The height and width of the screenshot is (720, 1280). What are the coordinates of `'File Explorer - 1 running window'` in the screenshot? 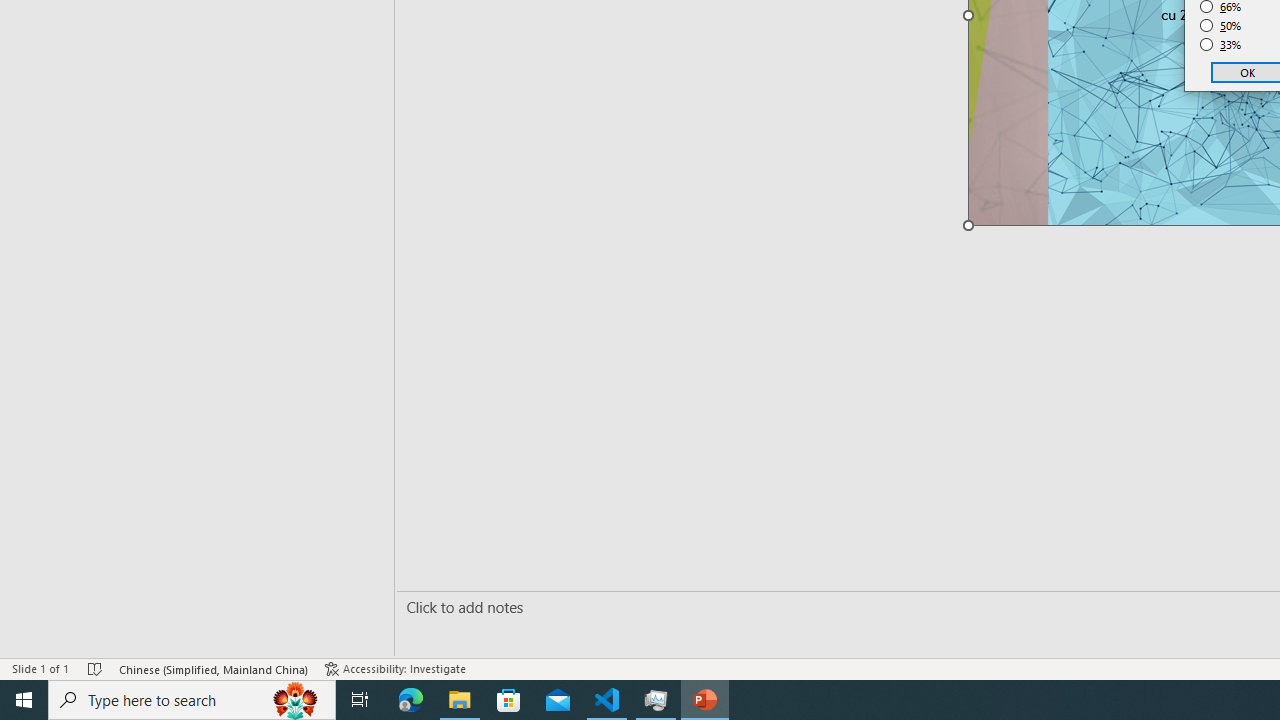 It's located at (459, 698).